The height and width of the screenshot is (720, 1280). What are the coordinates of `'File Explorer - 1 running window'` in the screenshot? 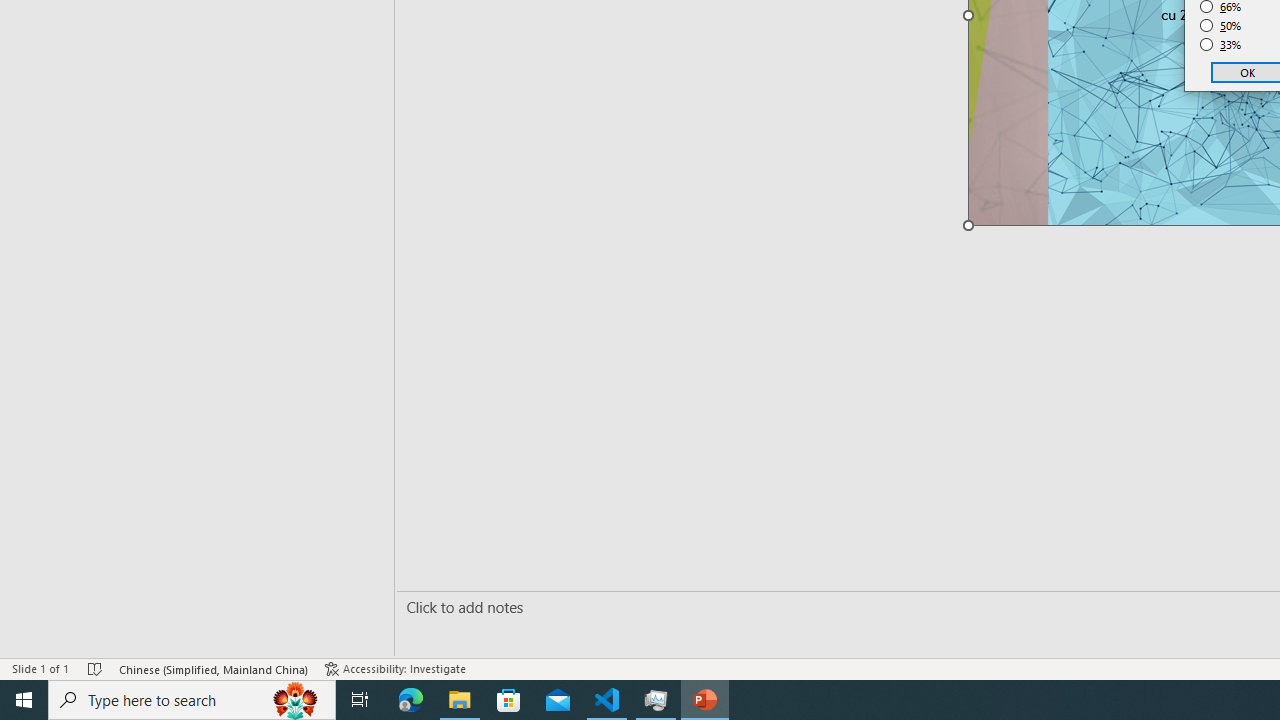 It's located at (459, 698).